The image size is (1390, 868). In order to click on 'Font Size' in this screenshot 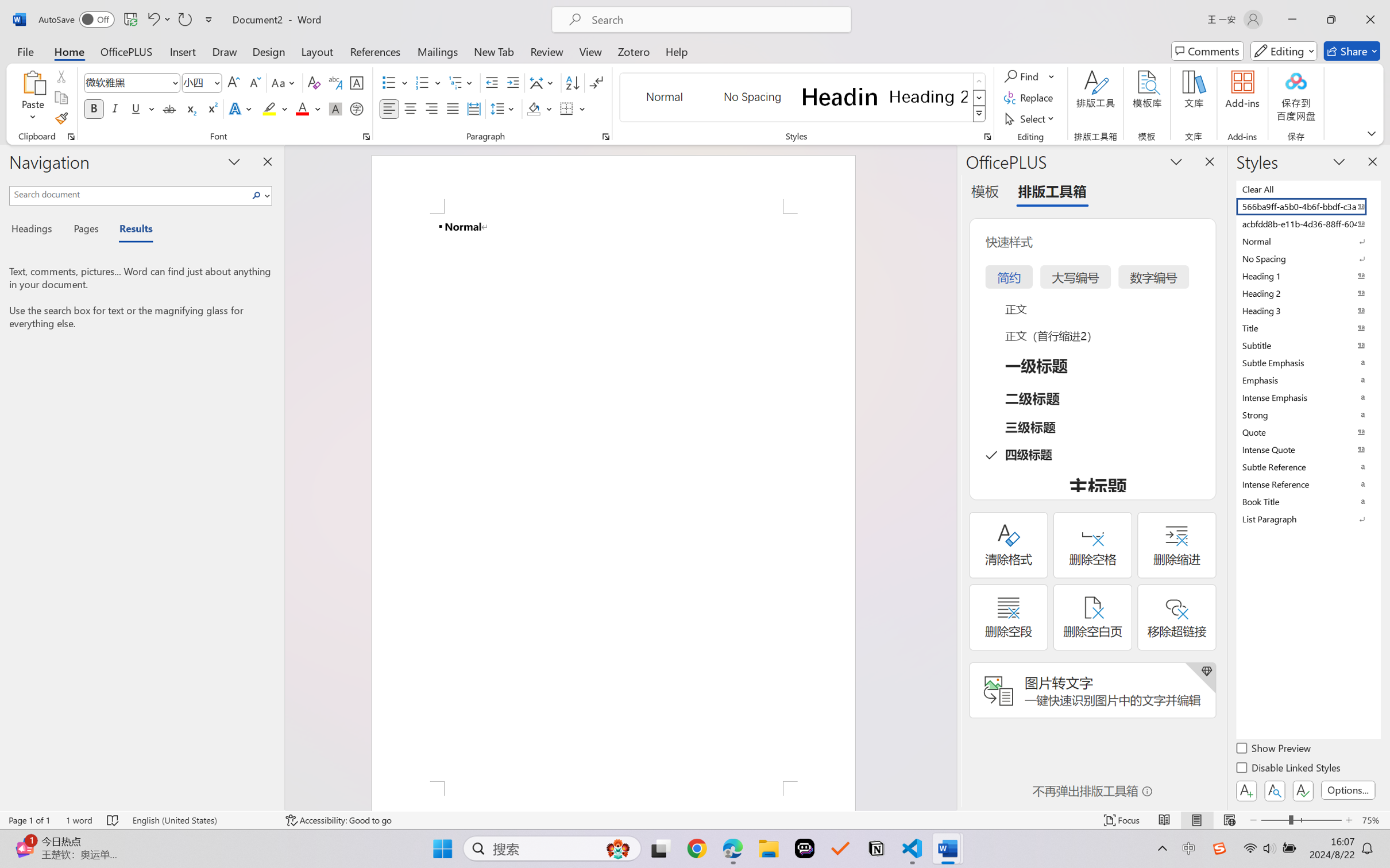, I will do `click(196, 83)`.